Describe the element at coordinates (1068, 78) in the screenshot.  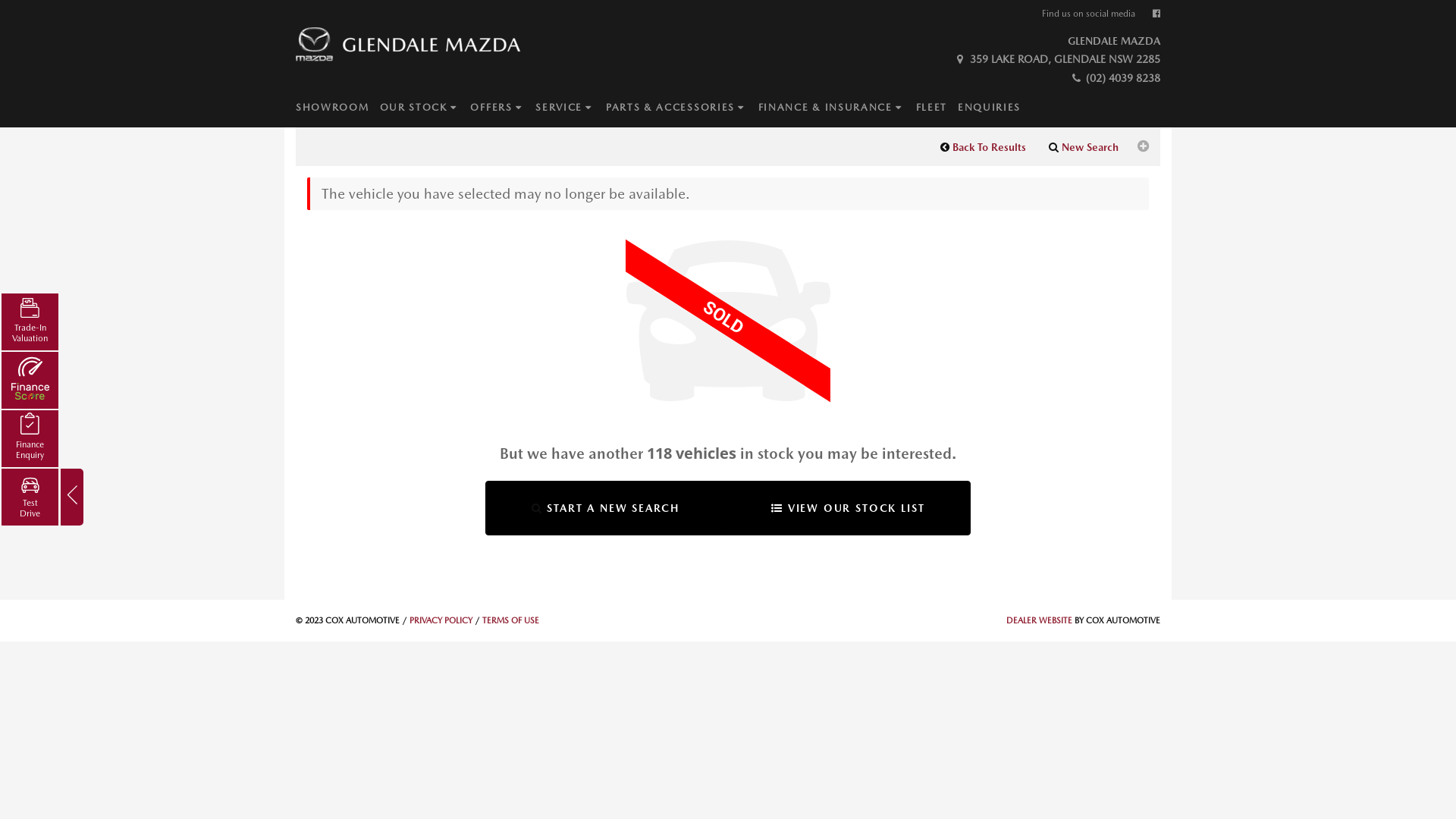
I see `'(02) 4039 8238'` at that location.